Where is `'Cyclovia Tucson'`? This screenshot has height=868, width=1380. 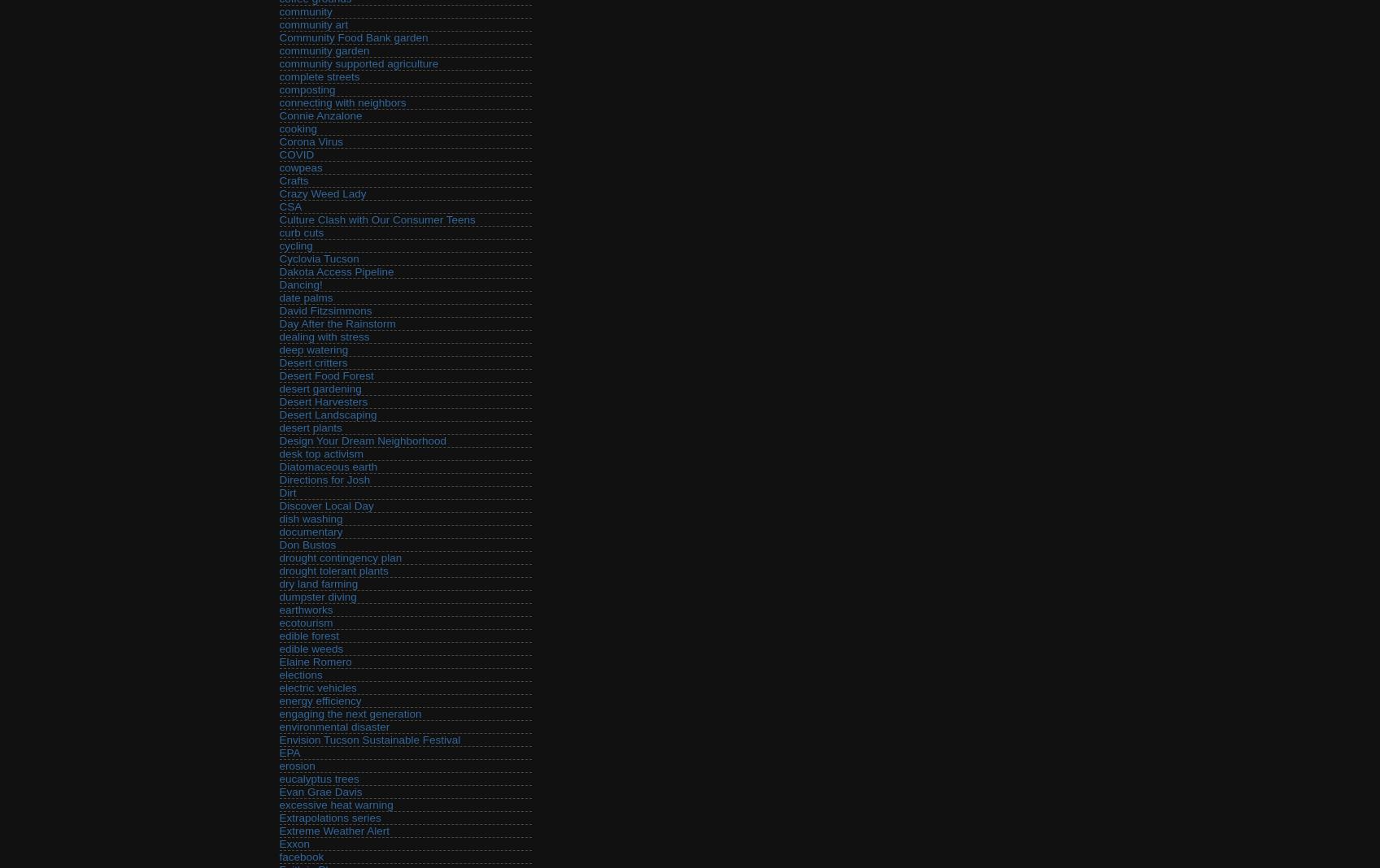 'Cyclovia Tucson' is located at coordinates (318, 258).